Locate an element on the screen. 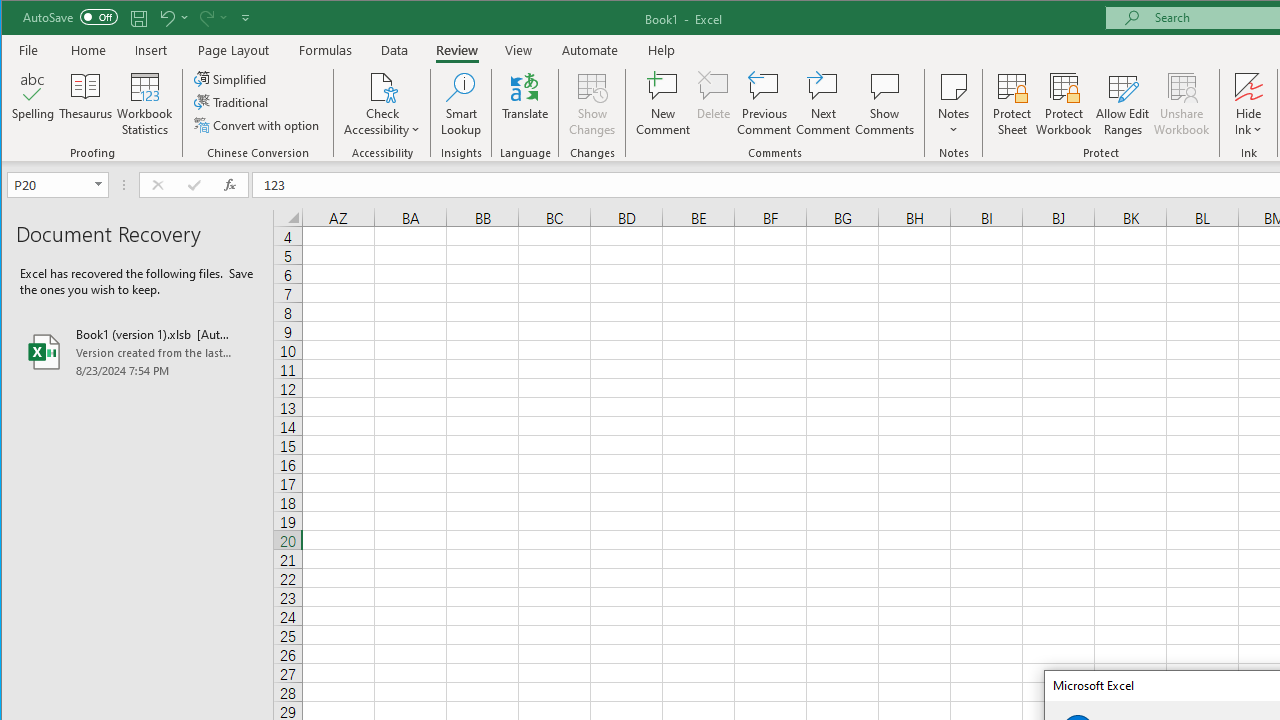 This screenshot has width=1280, height=720. 'Hide Ink' is located at coordinates (1247, 85).